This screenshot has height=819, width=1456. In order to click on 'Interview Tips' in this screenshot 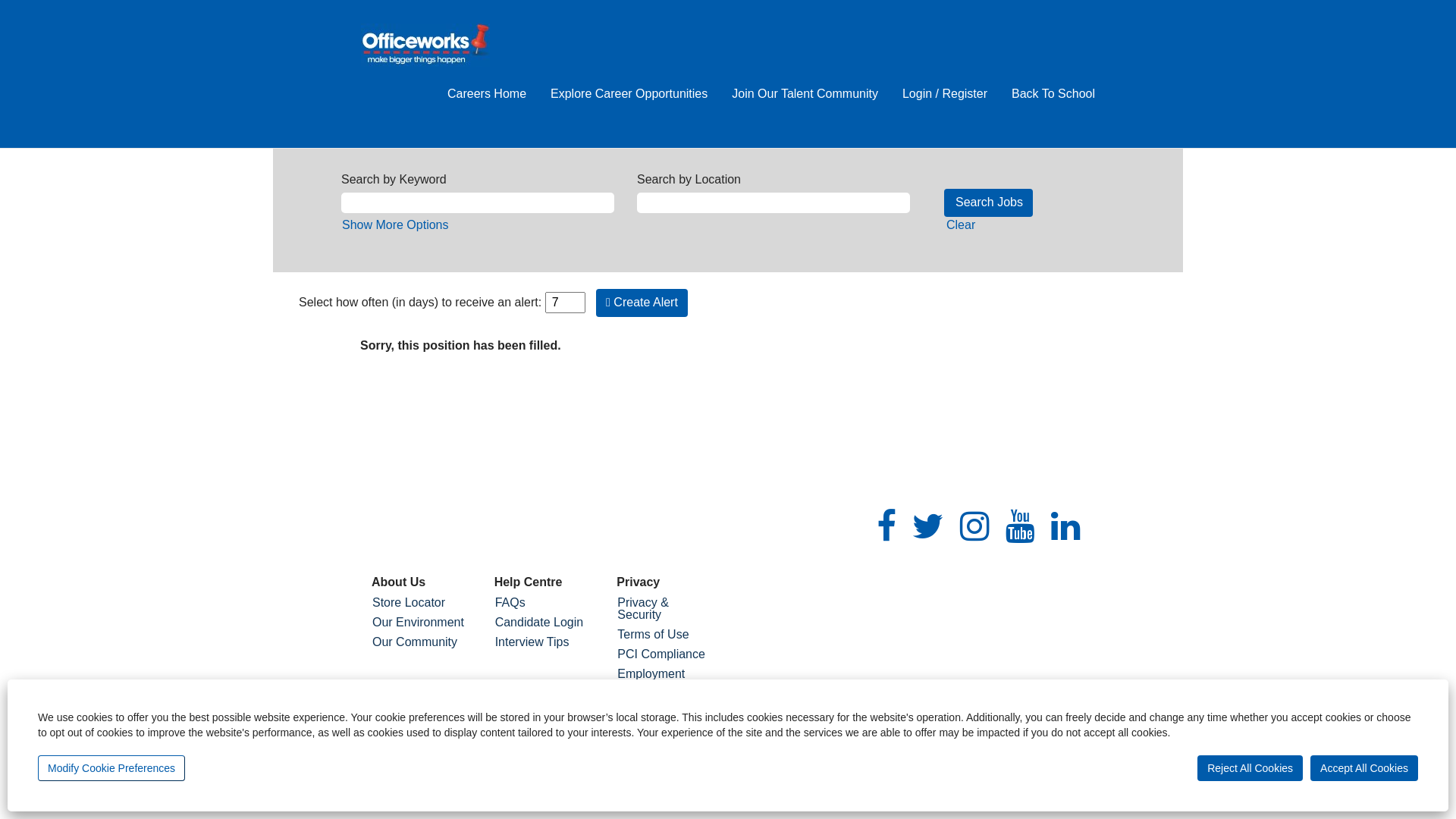, I will do `click(544, 642)`.